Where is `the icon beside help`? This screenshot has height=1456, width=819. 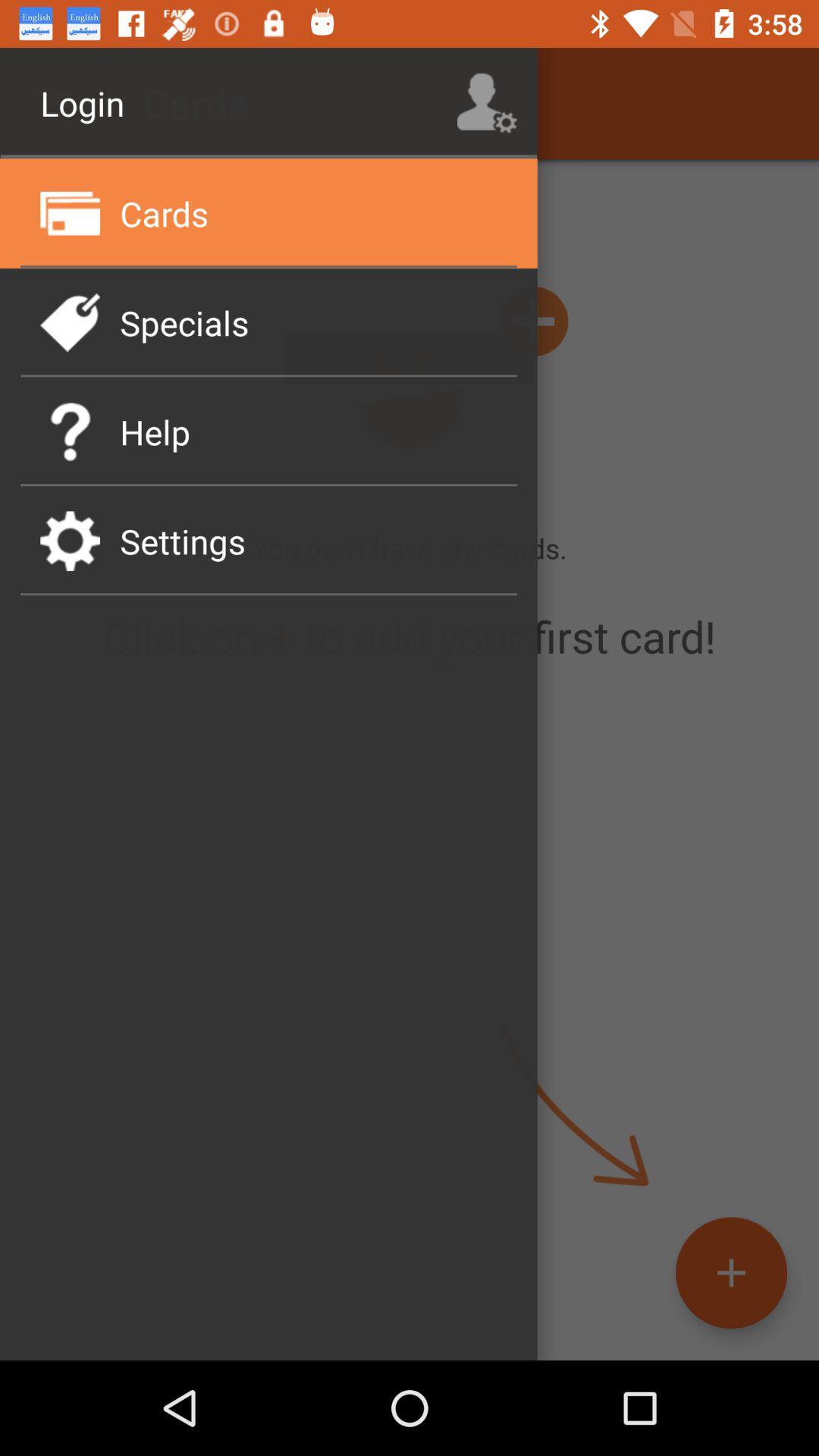 the icon beside help is located at coordinates (70, 431).